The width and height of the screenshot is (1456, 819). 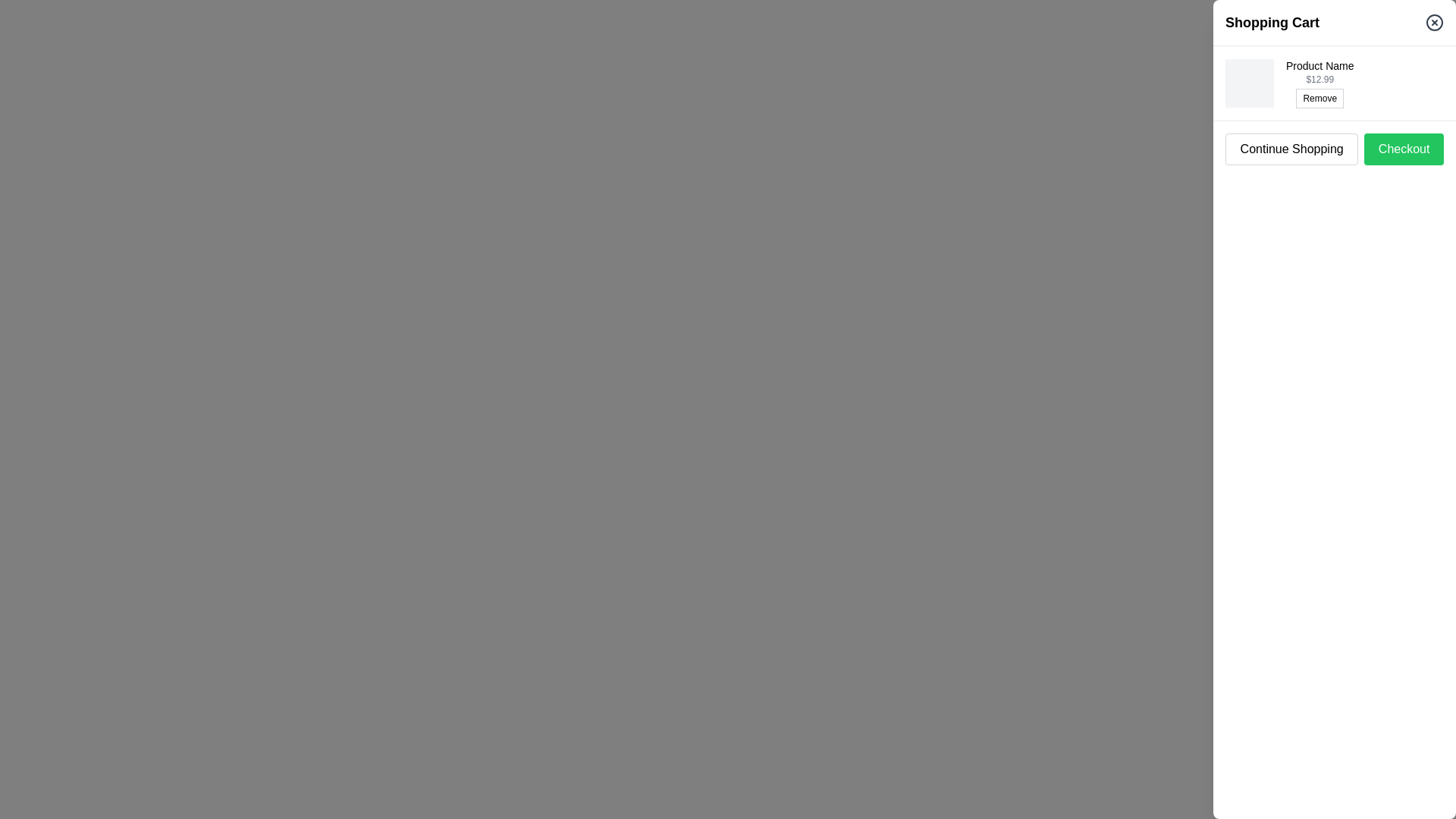 I want to click on the rectangular green button labeled 'Checkout' to initiate the checkout process, so click(x=1403, y=149).